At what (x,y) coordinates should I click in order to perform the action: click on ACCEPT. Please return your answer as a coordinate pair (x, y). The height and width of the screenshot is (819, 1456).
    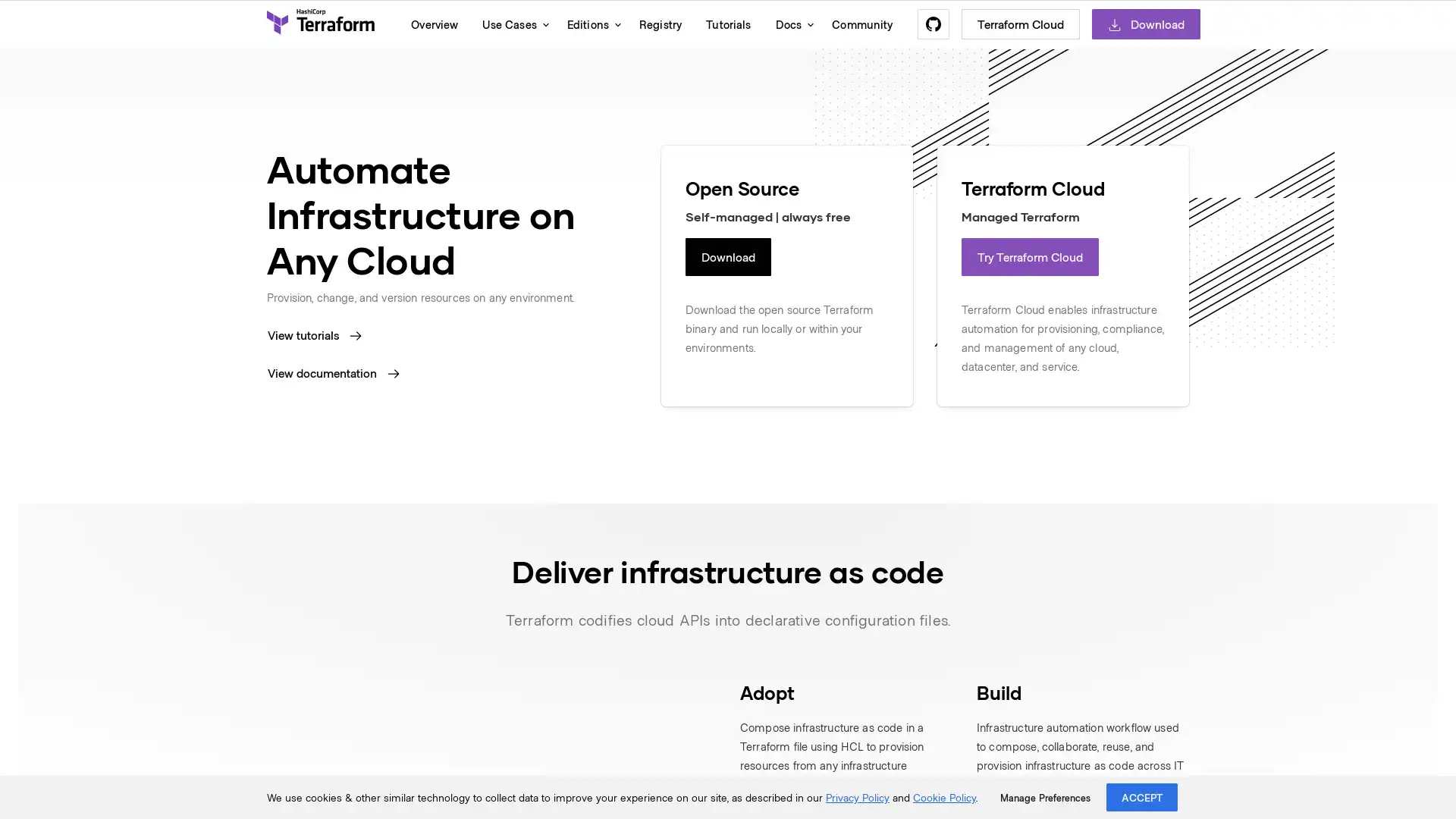
    Looking at the image, I should click on (1142, 796).